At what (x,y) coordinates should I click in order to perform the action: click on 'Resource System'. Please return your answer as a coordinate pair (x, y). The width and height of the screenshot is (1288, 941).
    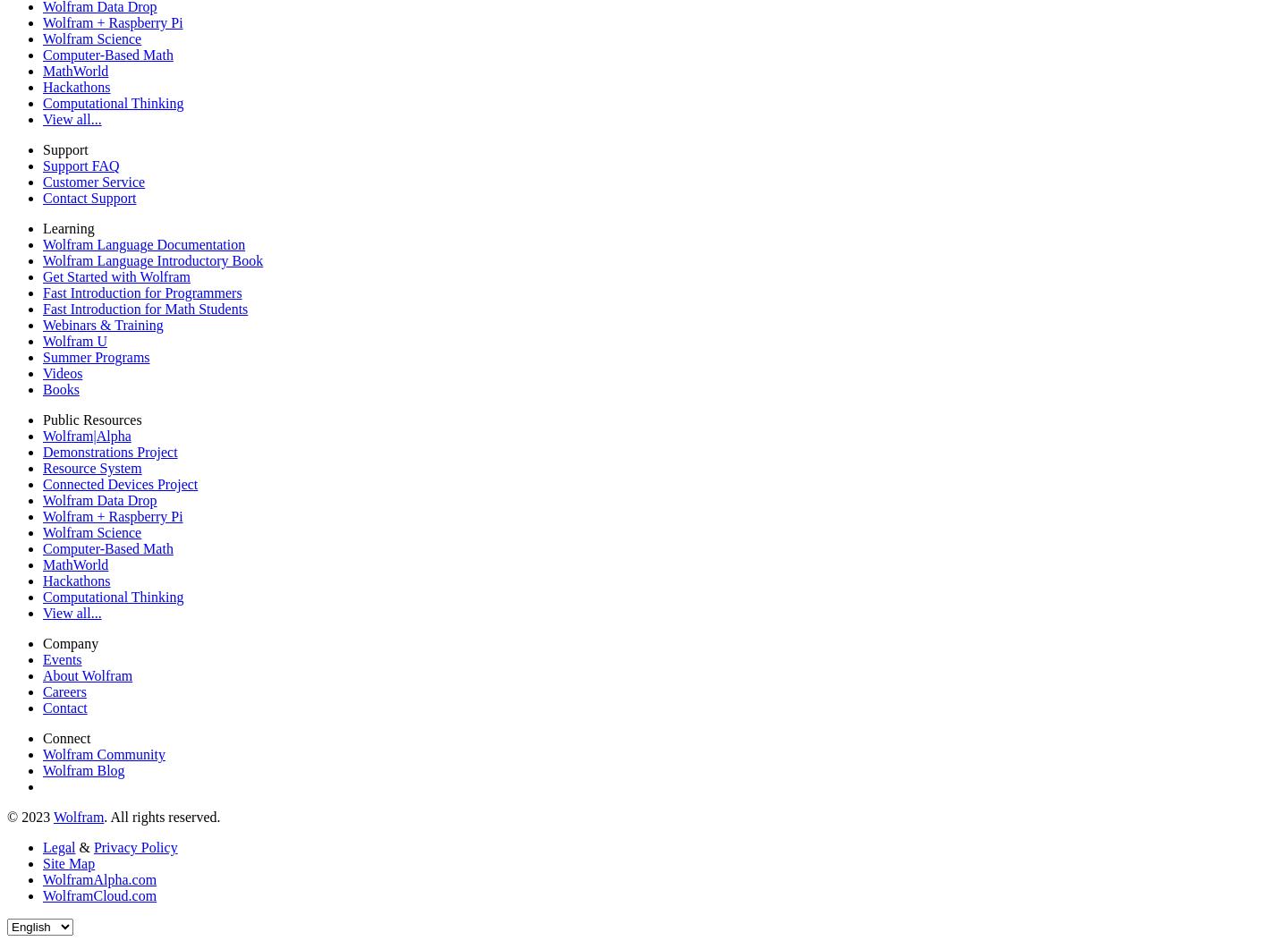
    Looking at the image, I should click on (91, 467).